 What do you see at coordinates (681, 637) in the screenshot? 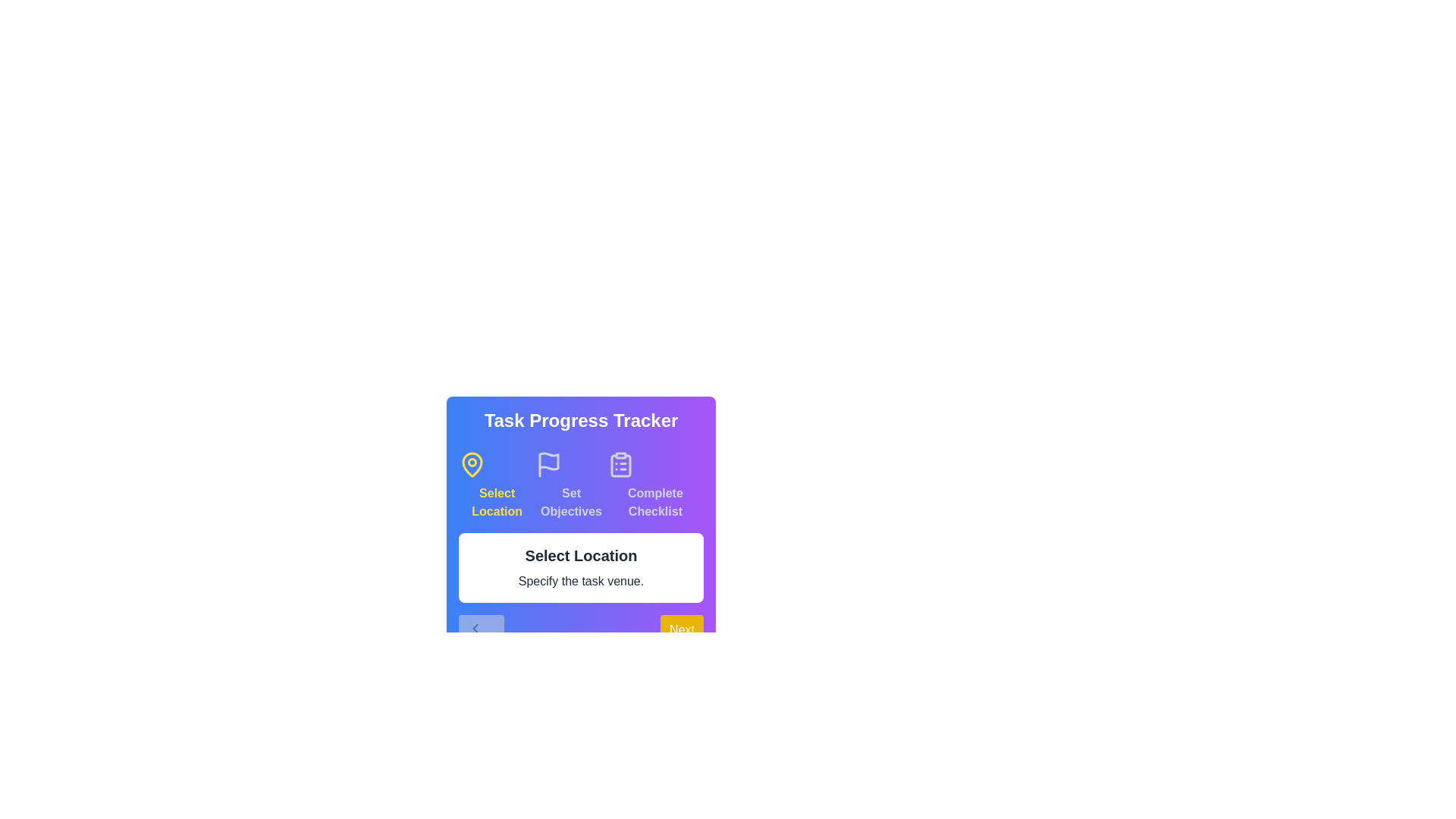
I see `the 'Next' button to navigate to the next step` at bounding box center [681, 637].